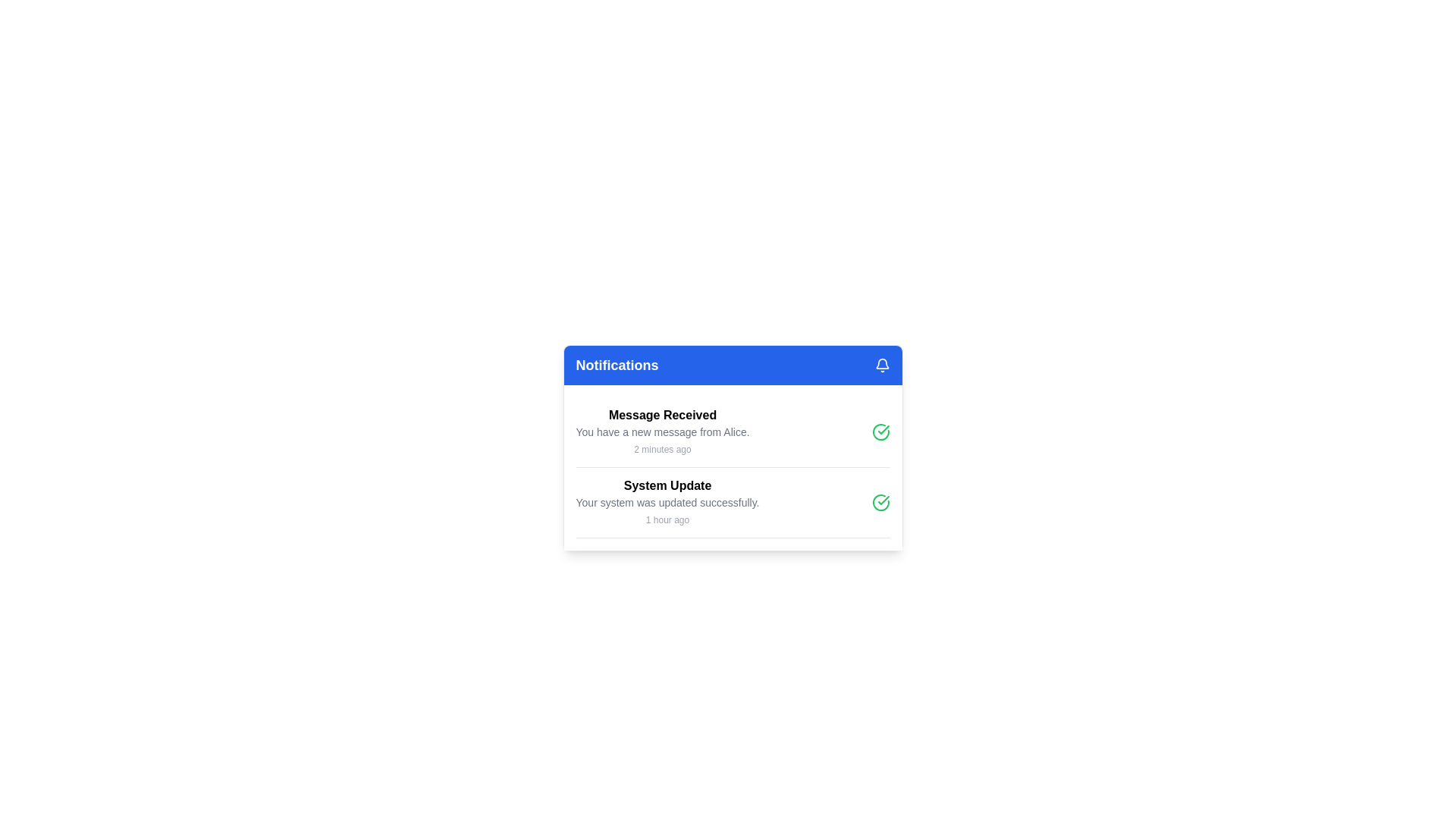 The image size is (1456, 819). I want to click on the completion icon located at the right edge of the 'System Update' notification, so click(880, 503).